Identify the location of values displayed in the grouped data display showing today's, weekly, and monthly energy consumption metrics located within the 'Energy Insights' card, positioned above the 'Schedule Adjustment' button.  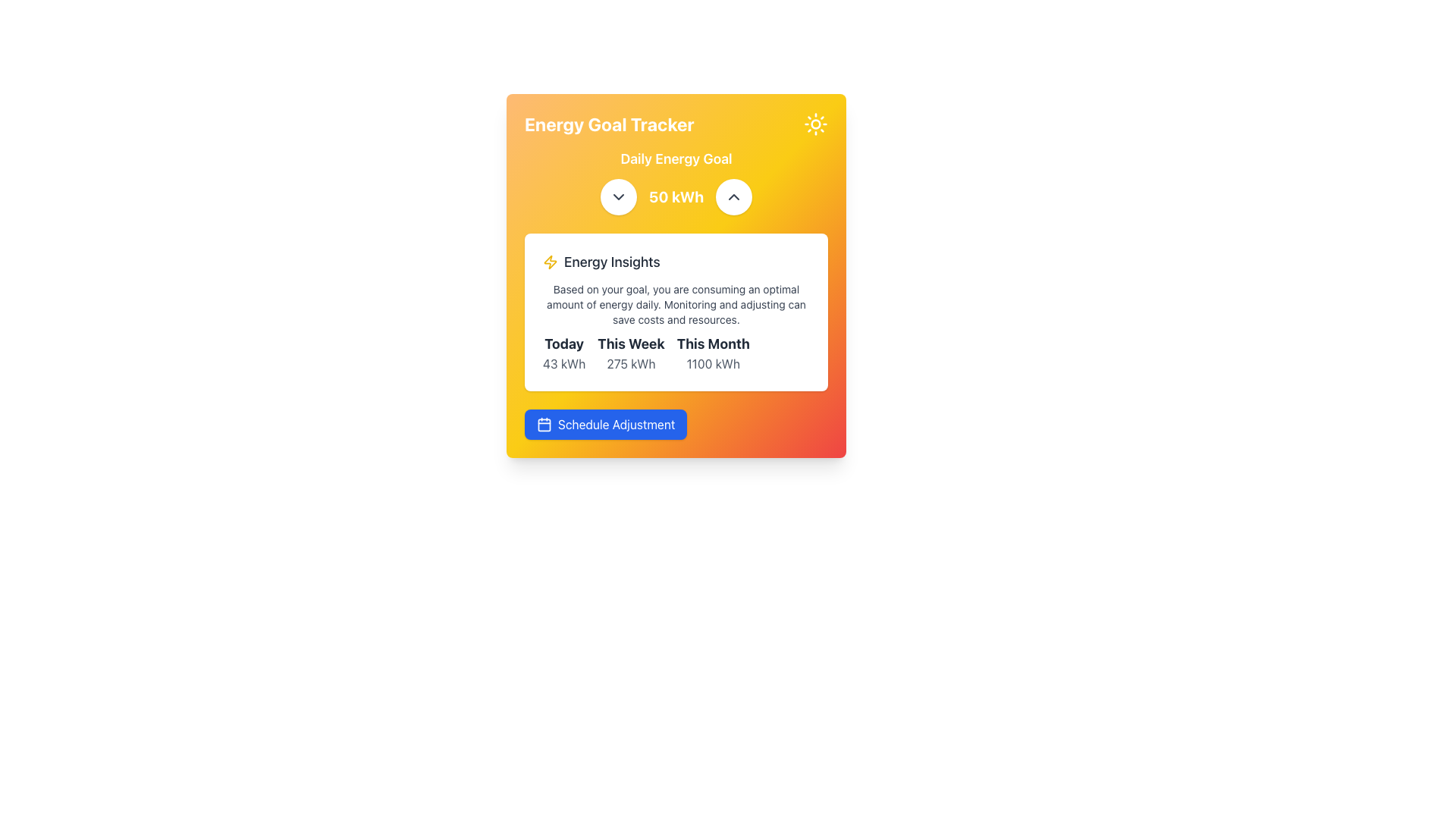
(676, 353).